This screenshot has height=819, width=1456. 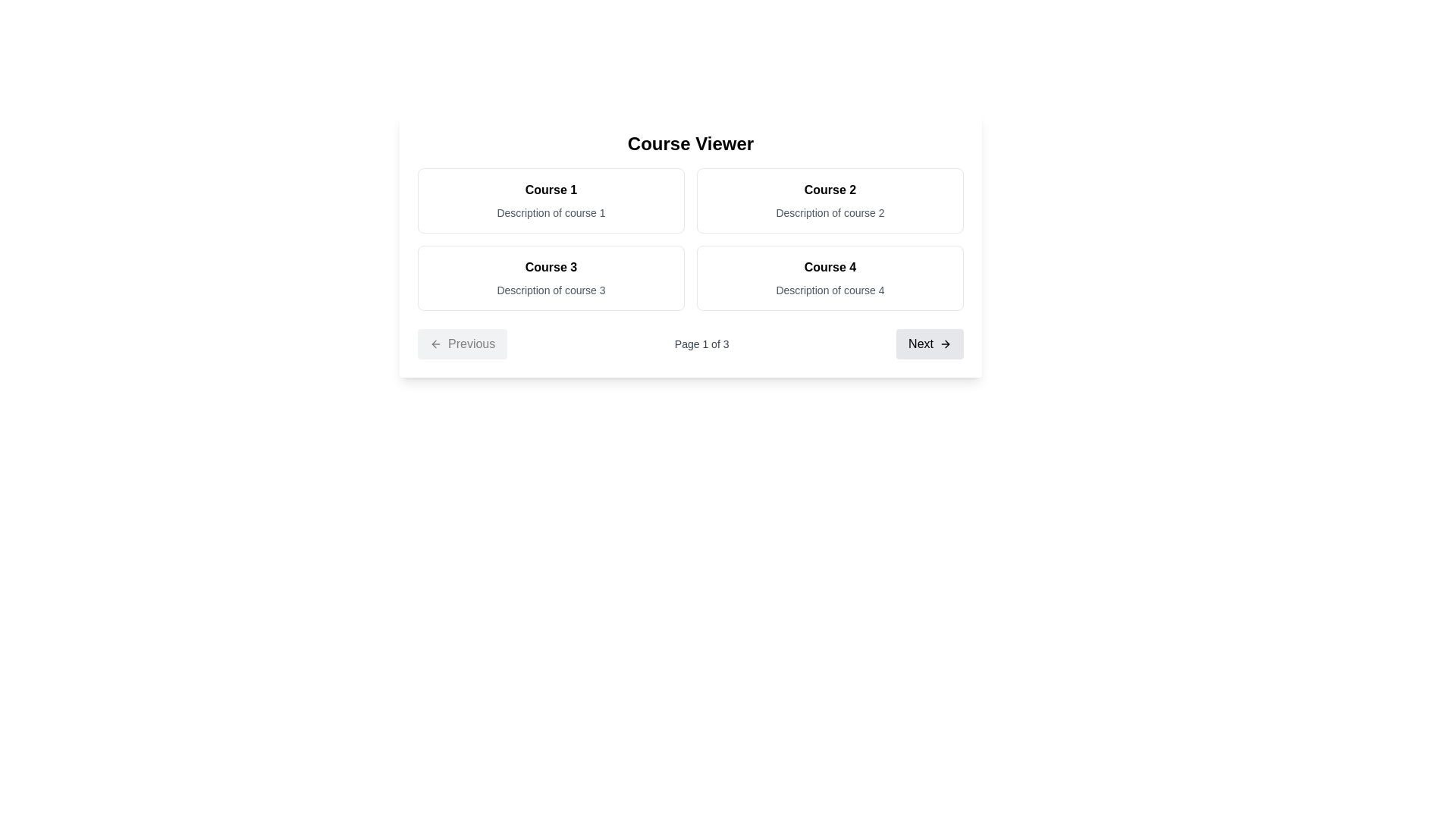 I want to click on the static text displaying 'Course 4' at the top-center of the course information card, so click(x=829, y=267).